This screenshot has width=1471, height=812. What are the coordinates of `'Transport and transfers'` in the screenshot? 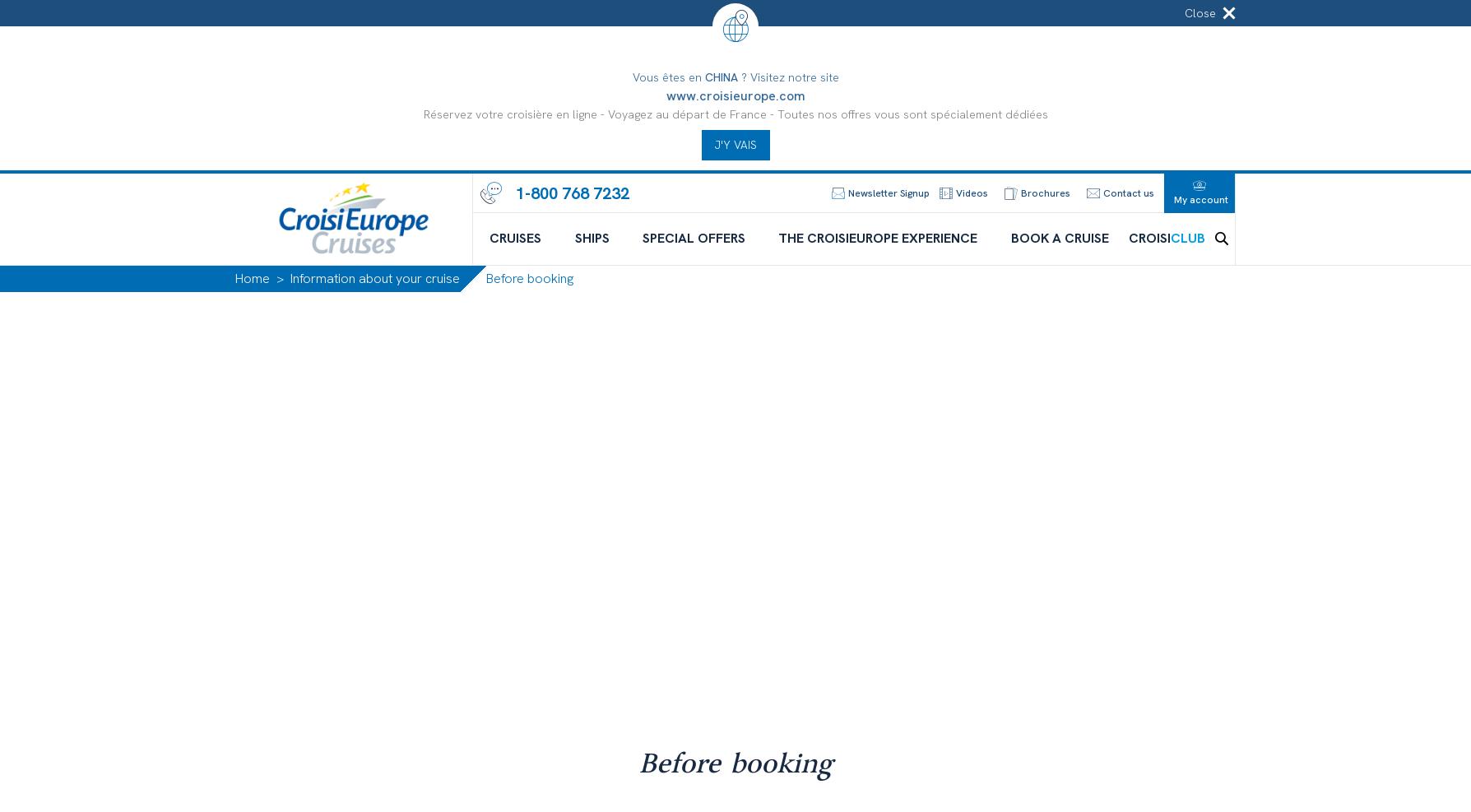 It's located at (735, 463).